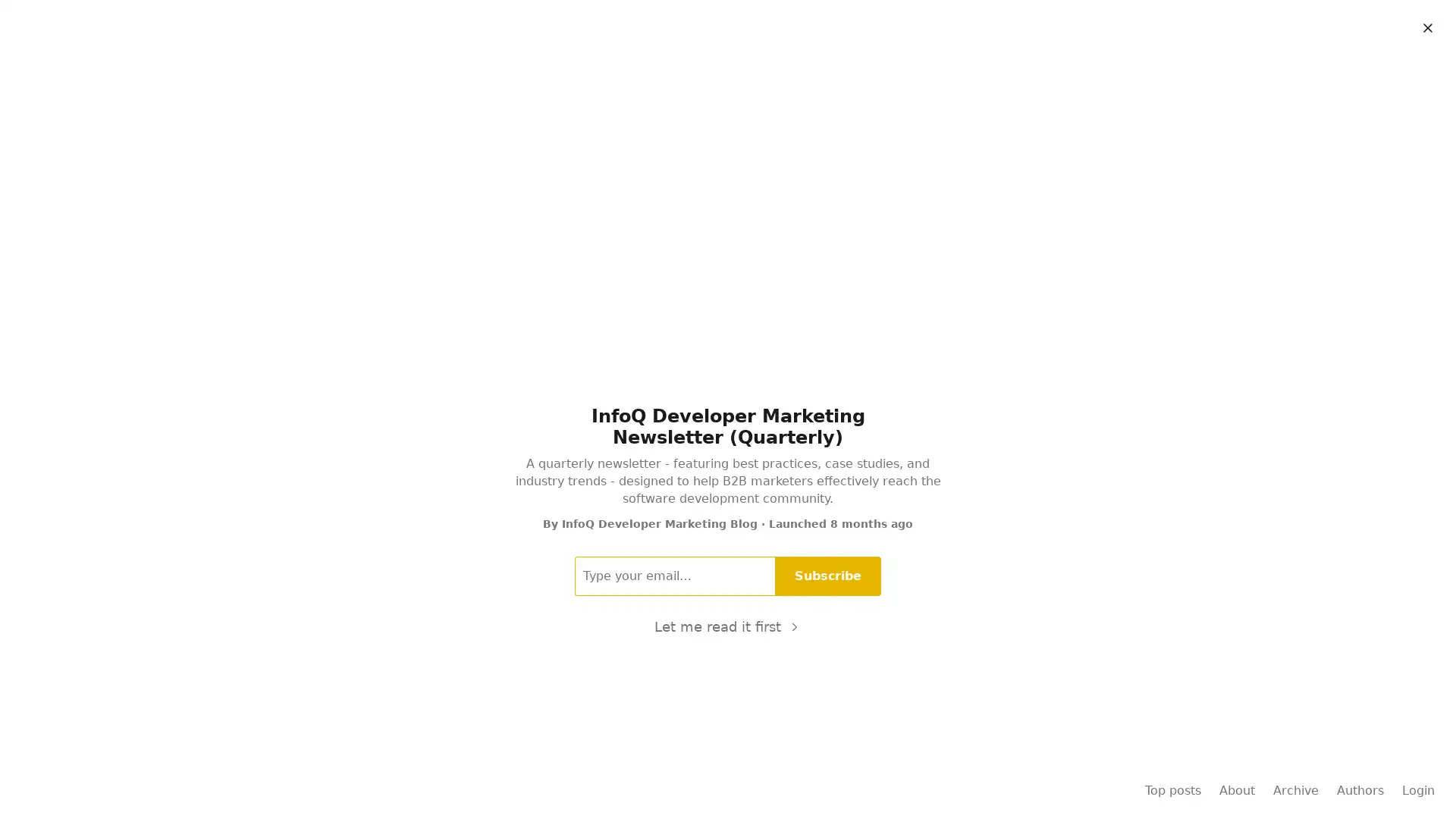 This screenshot has width=1456, height=819. Describe the element at coordinates (687, 485) in the screenshot. I see `2` at that location.